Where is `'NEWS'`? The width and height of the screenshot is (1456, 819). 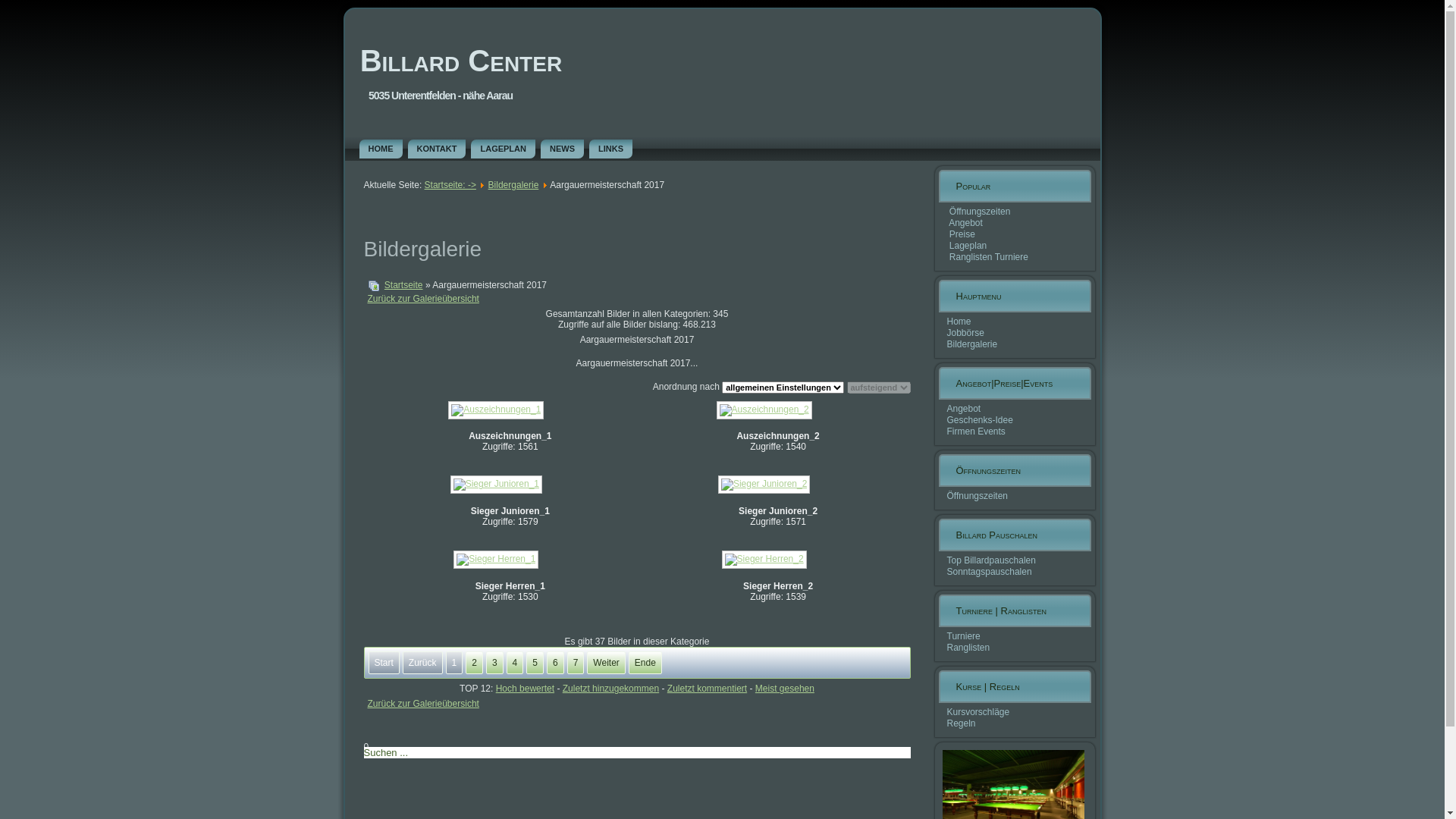 'NEWS' is located at coordinates (541, 149).